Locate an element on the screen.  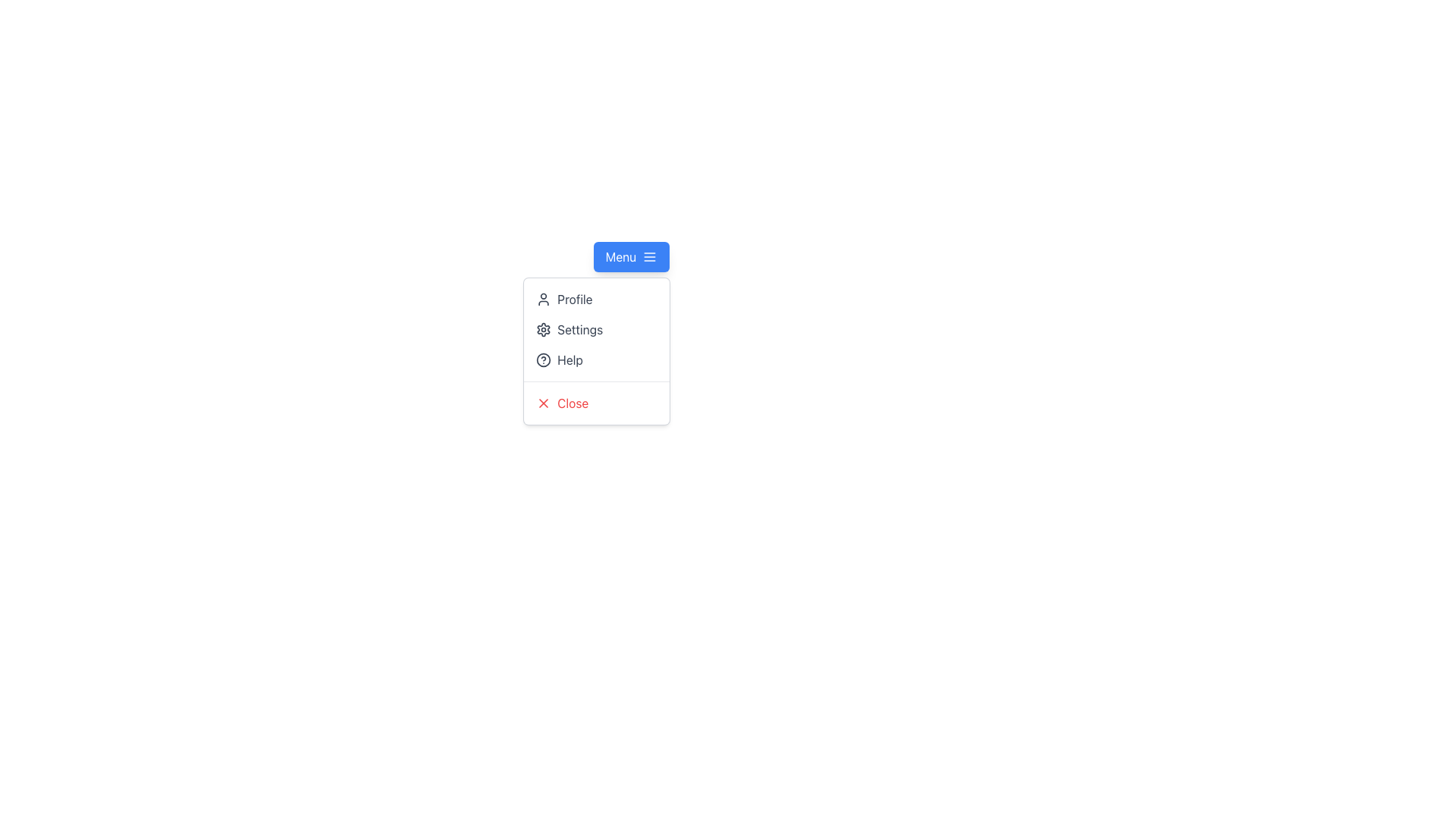
the 'Close' icon located to the left of the text label in the dropdown menu is located at coordinates (544, 403).